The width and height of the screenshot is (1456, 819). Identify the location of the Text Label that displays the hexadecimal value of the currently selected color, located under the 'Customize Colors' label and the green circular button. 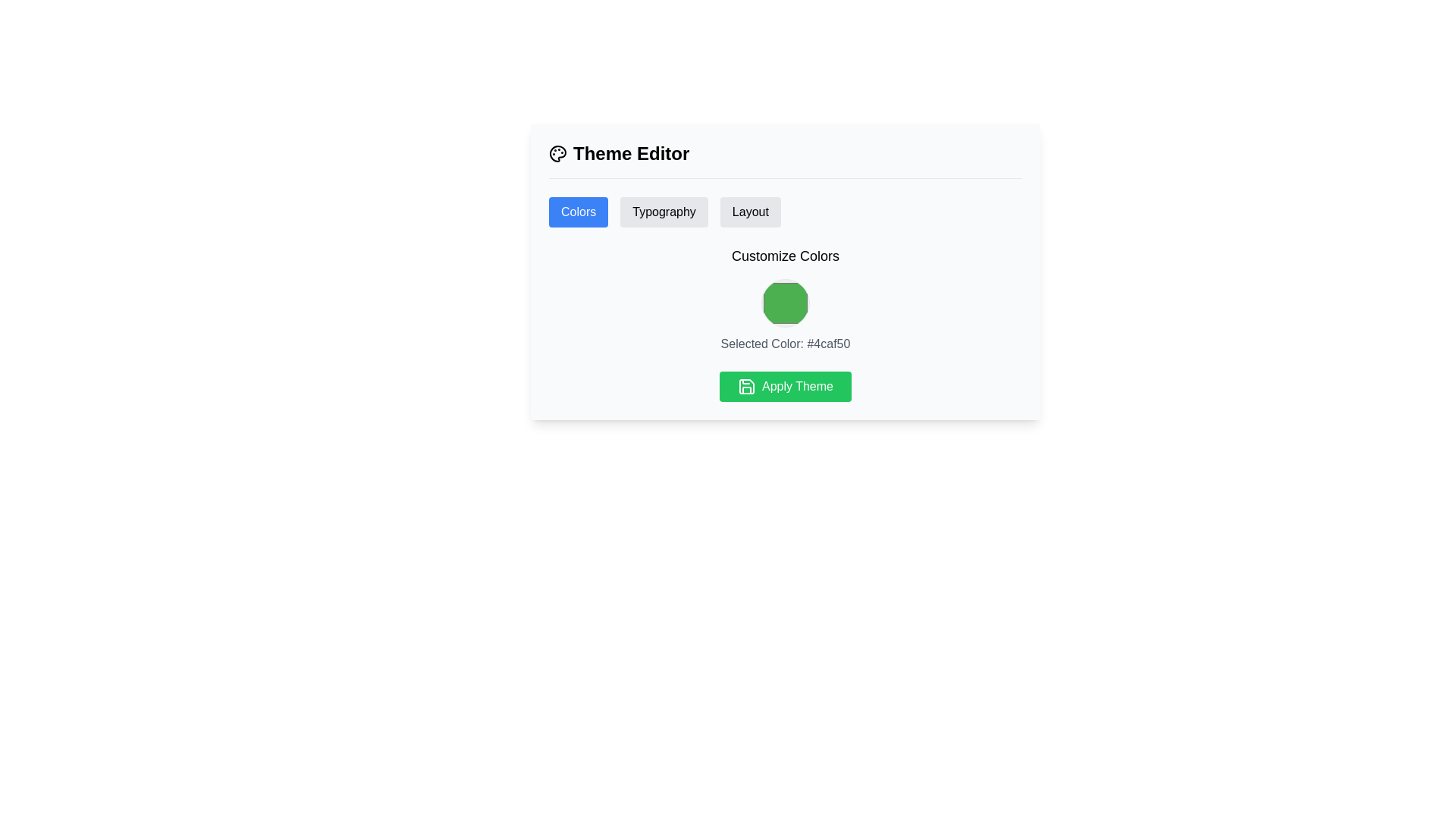
(786, 344).